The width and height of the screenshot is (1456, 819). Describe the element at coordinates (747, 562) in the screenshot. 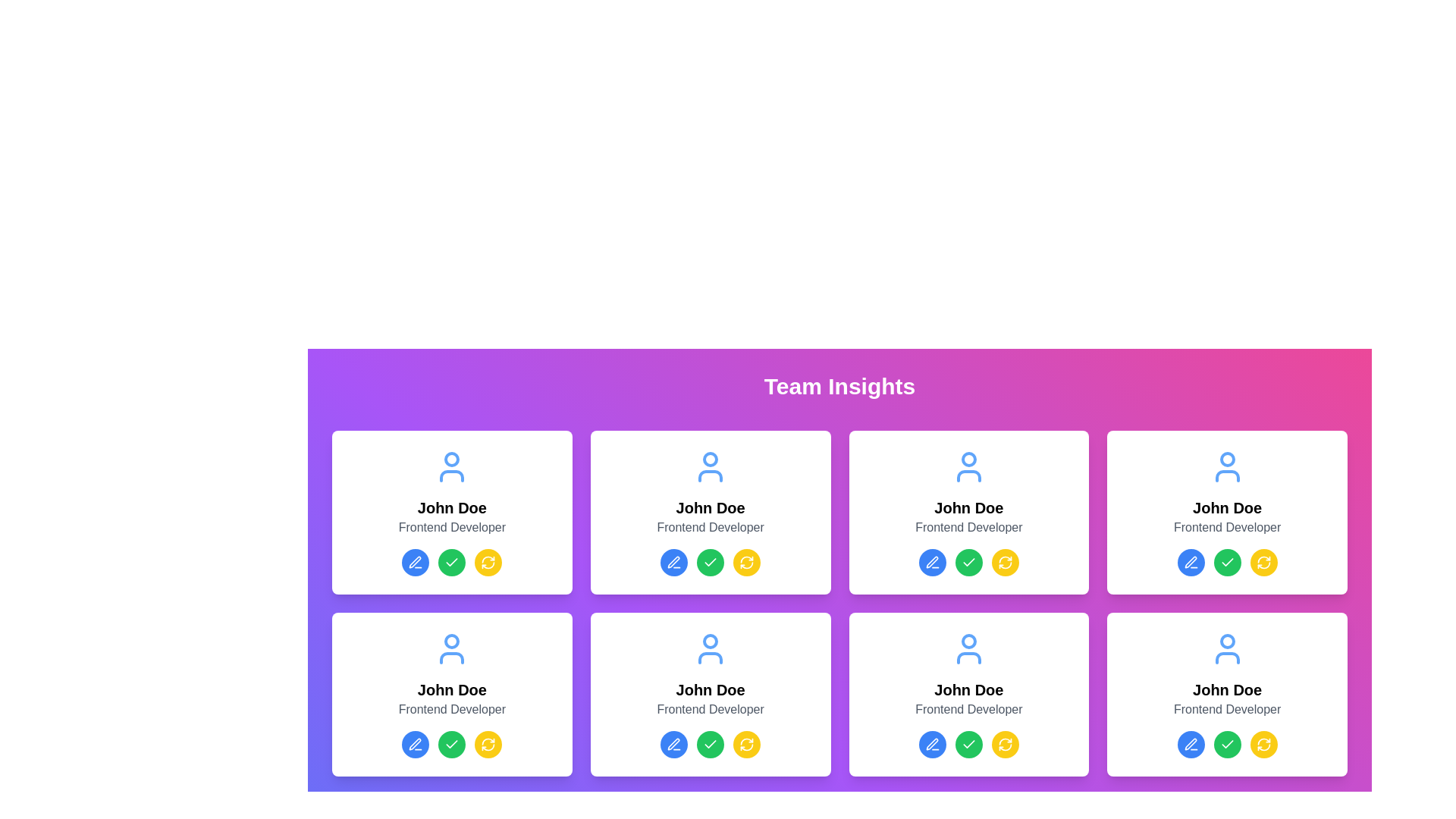

I see `the circular yellow refresh icon button with a loop symbol` at that location.